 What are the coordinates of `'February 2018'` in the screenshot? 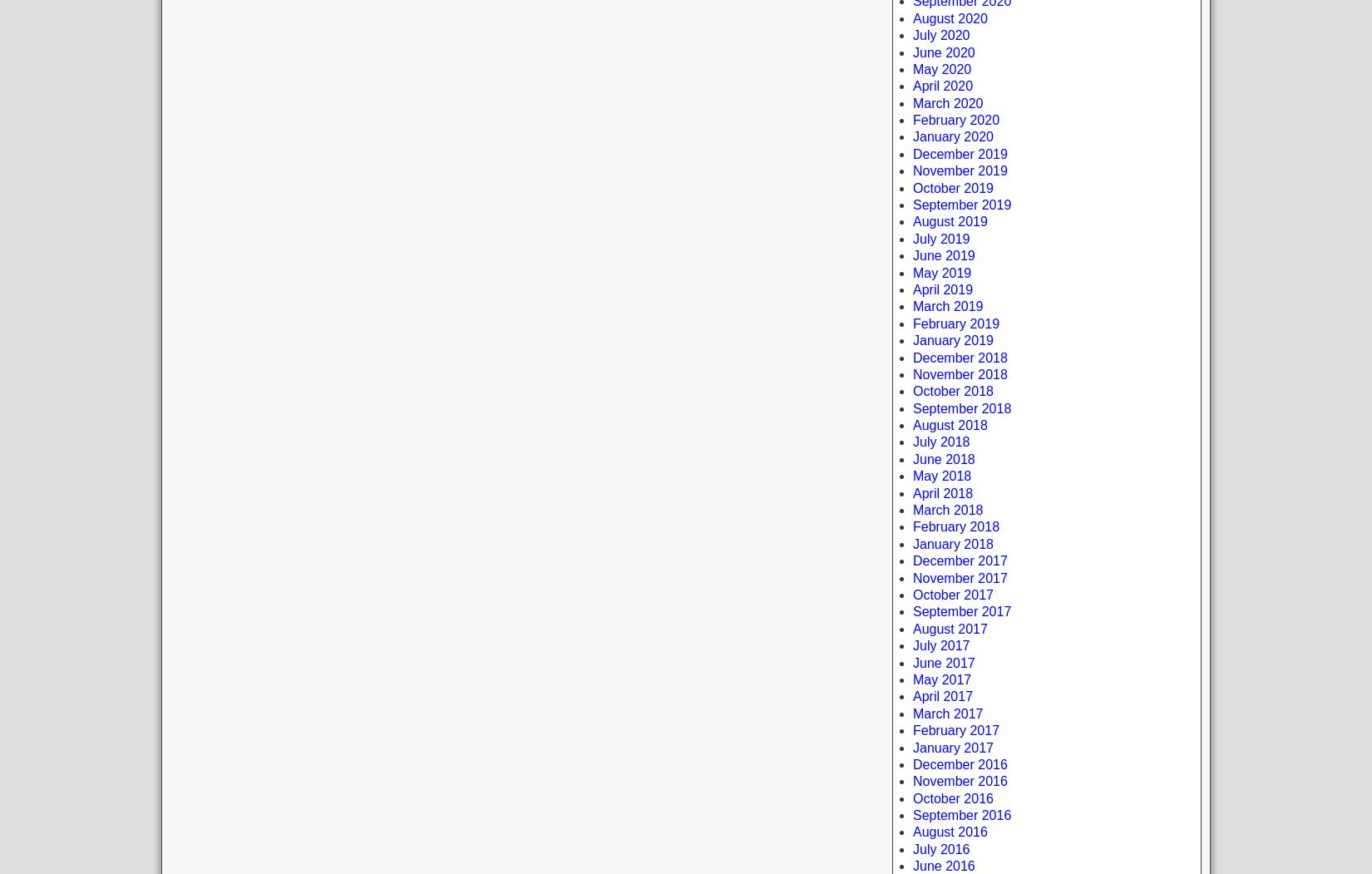 It's located at (956, 526).